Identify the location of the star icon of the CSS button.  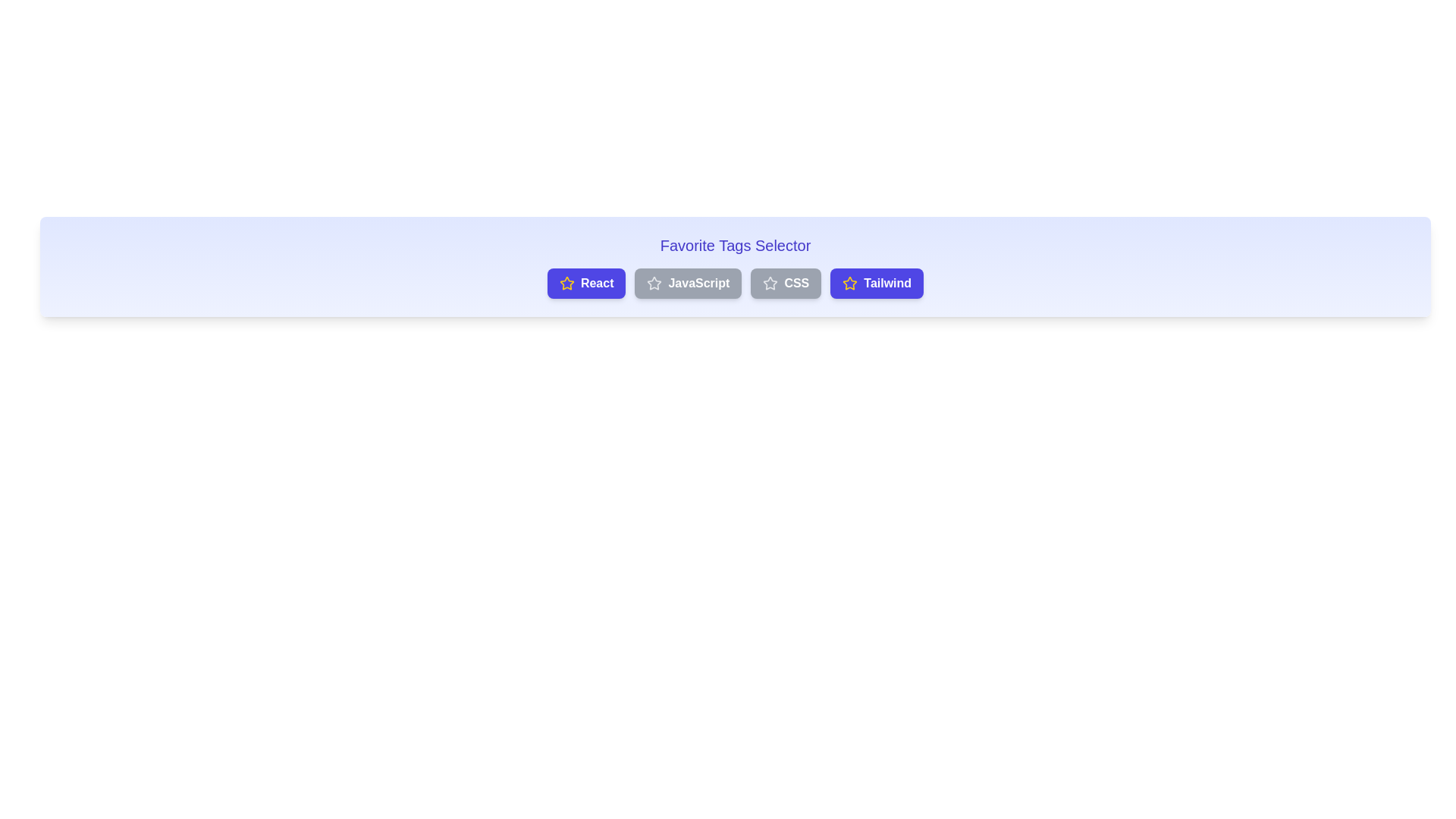
(770, 284).